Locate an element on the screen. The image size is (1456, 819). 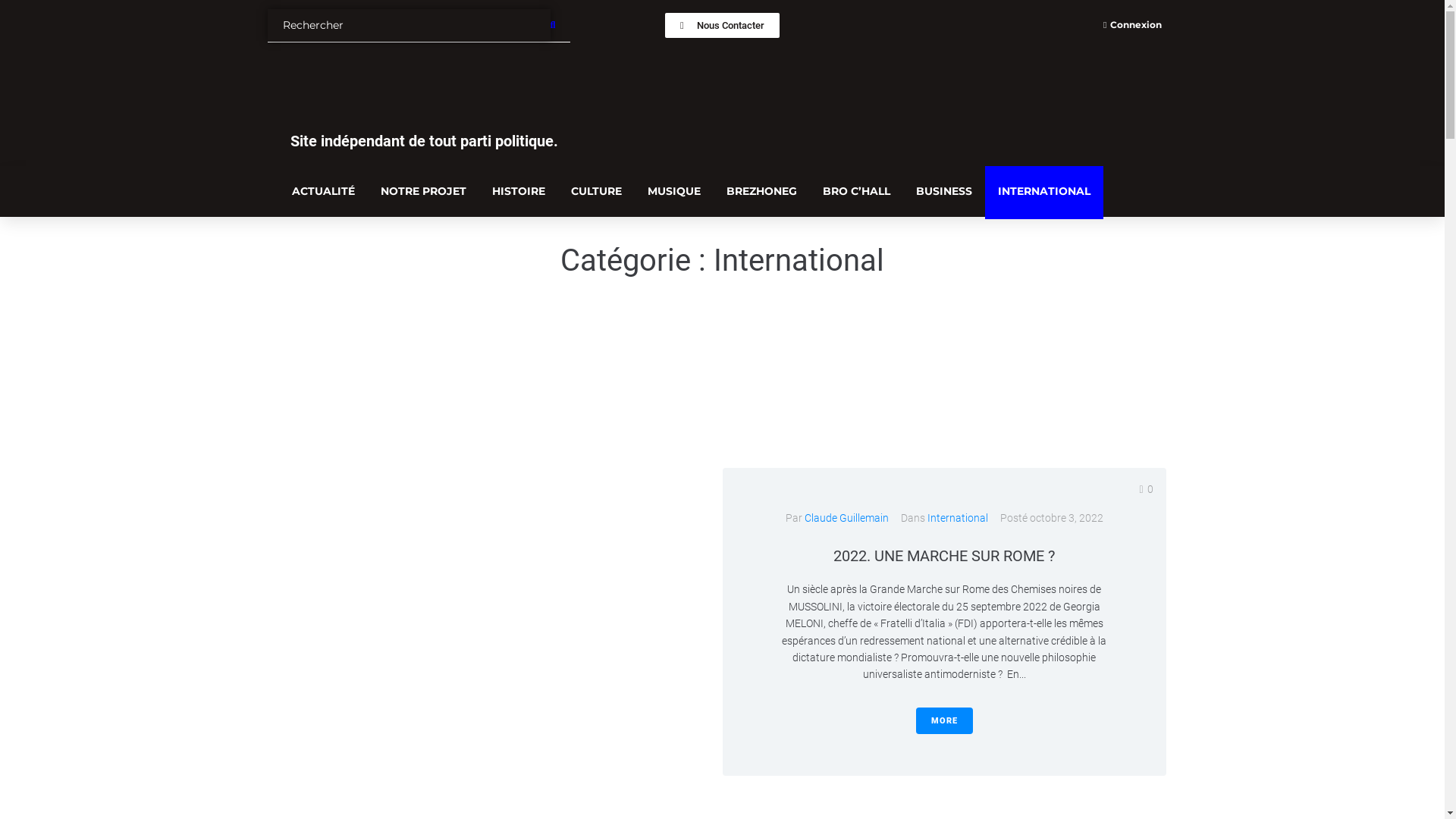
'0' is located at coordinates (1146, 488).